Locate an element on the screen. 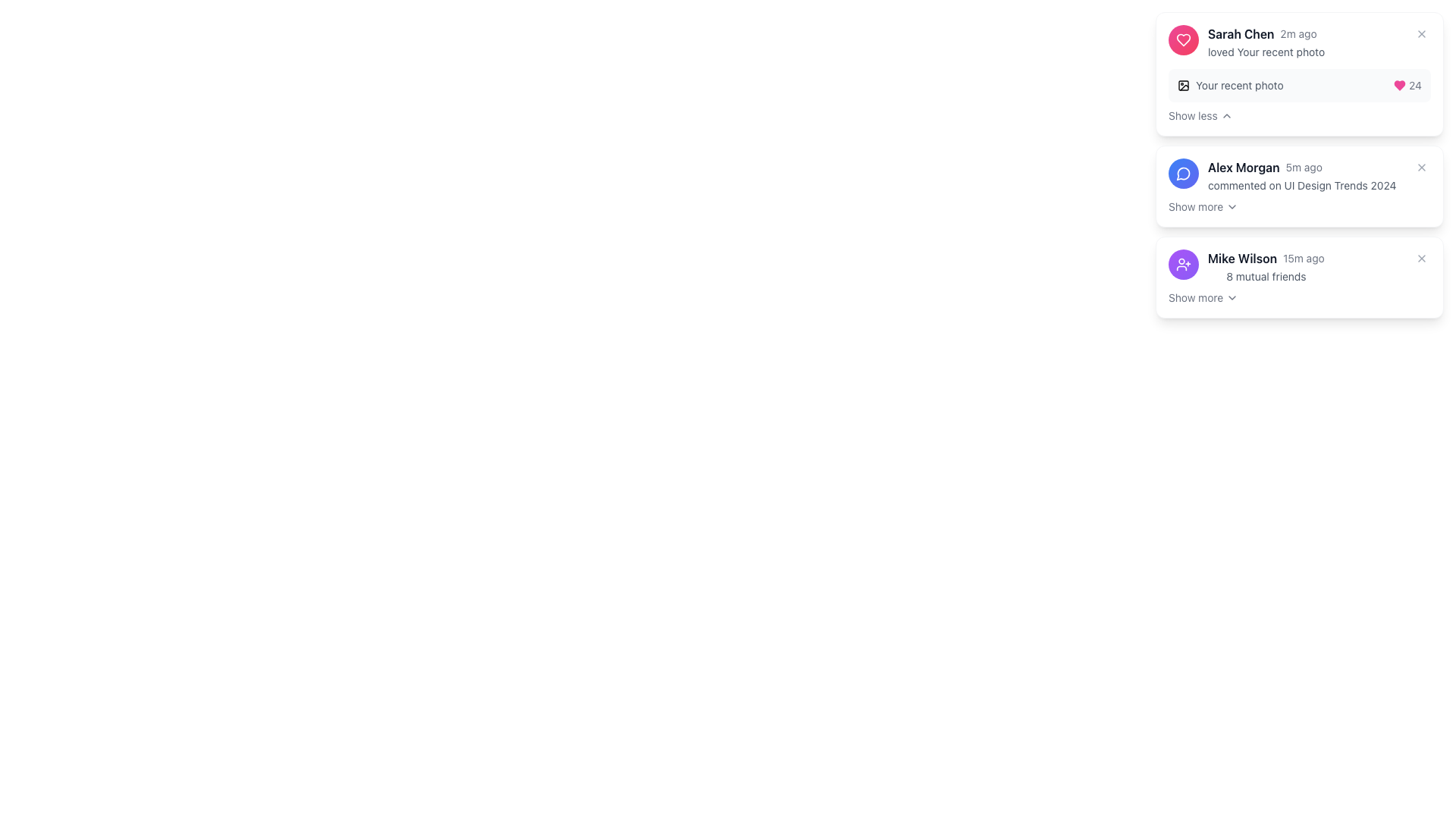 This screenshot has width=1456, height=819. descriptive text related to the notification located in the top notification card, positioned to the right of a small image icon and underneath the main notification text 'Sarah Chen loved Your recent photo' is located at coordinates (1239, 85).